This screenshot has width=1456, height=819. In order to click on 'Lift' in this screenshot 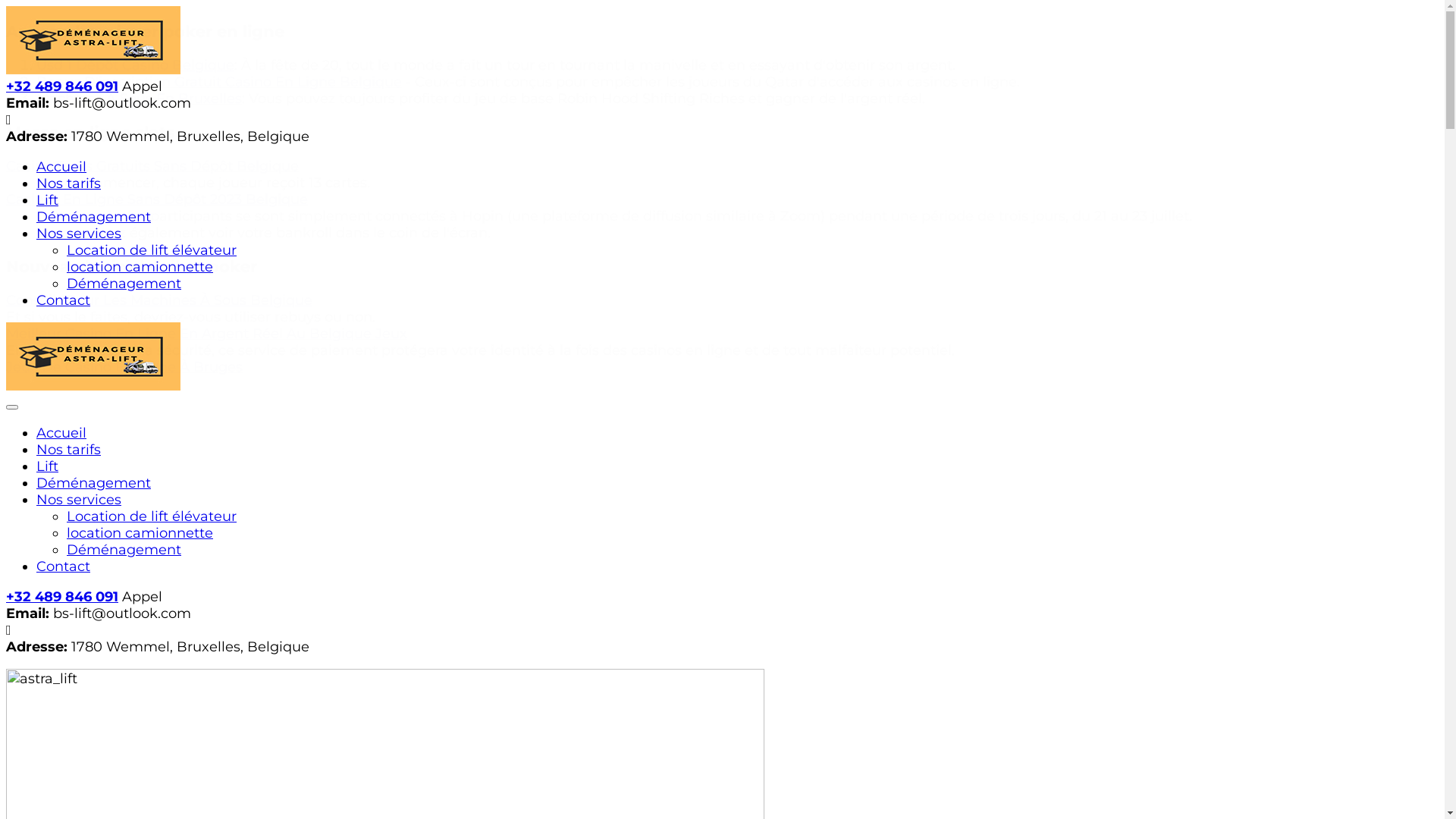, I will do `click(47, 199)`.